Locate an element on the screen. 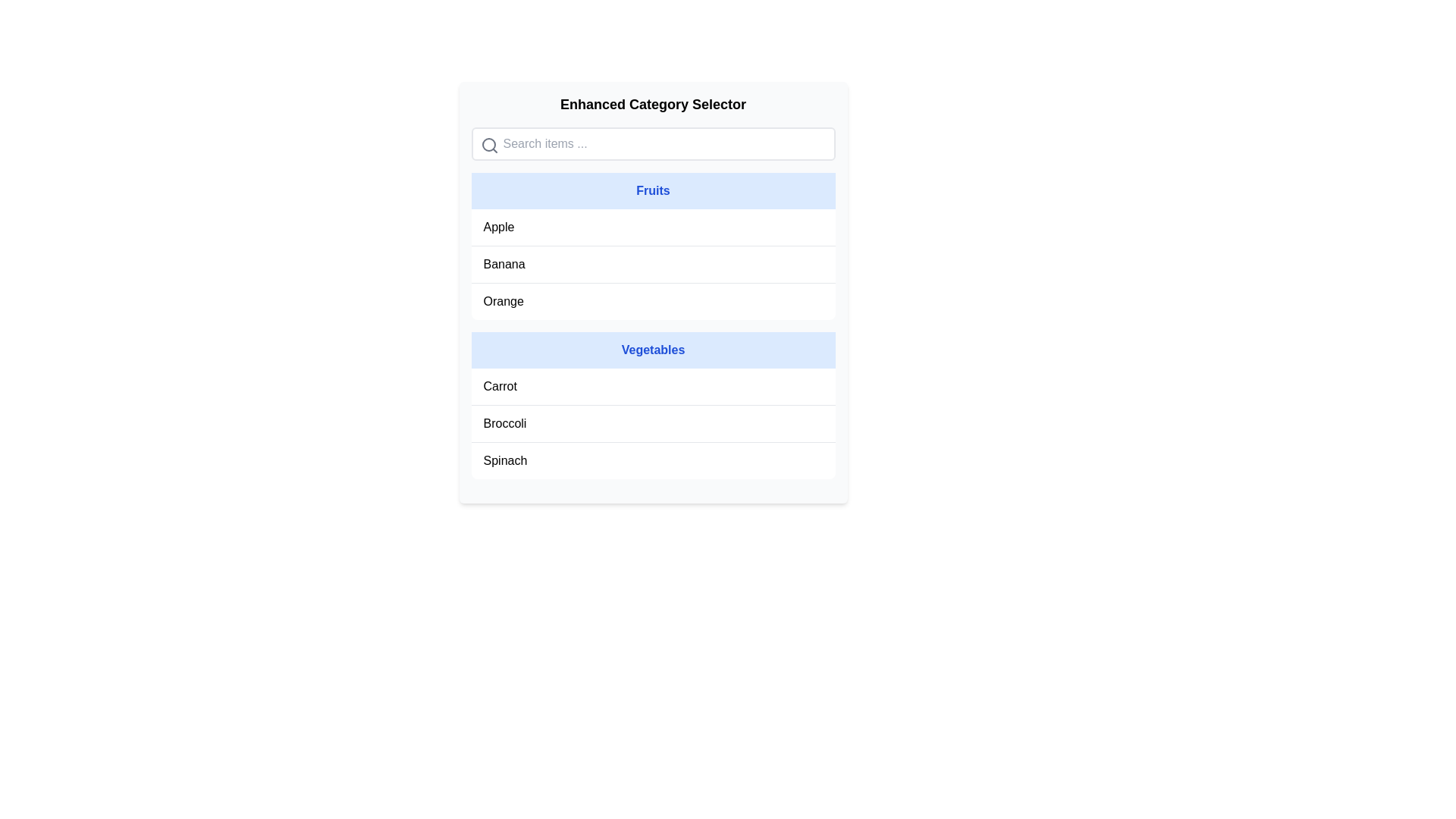  the first selectable item is located at coordinates (653, 227).